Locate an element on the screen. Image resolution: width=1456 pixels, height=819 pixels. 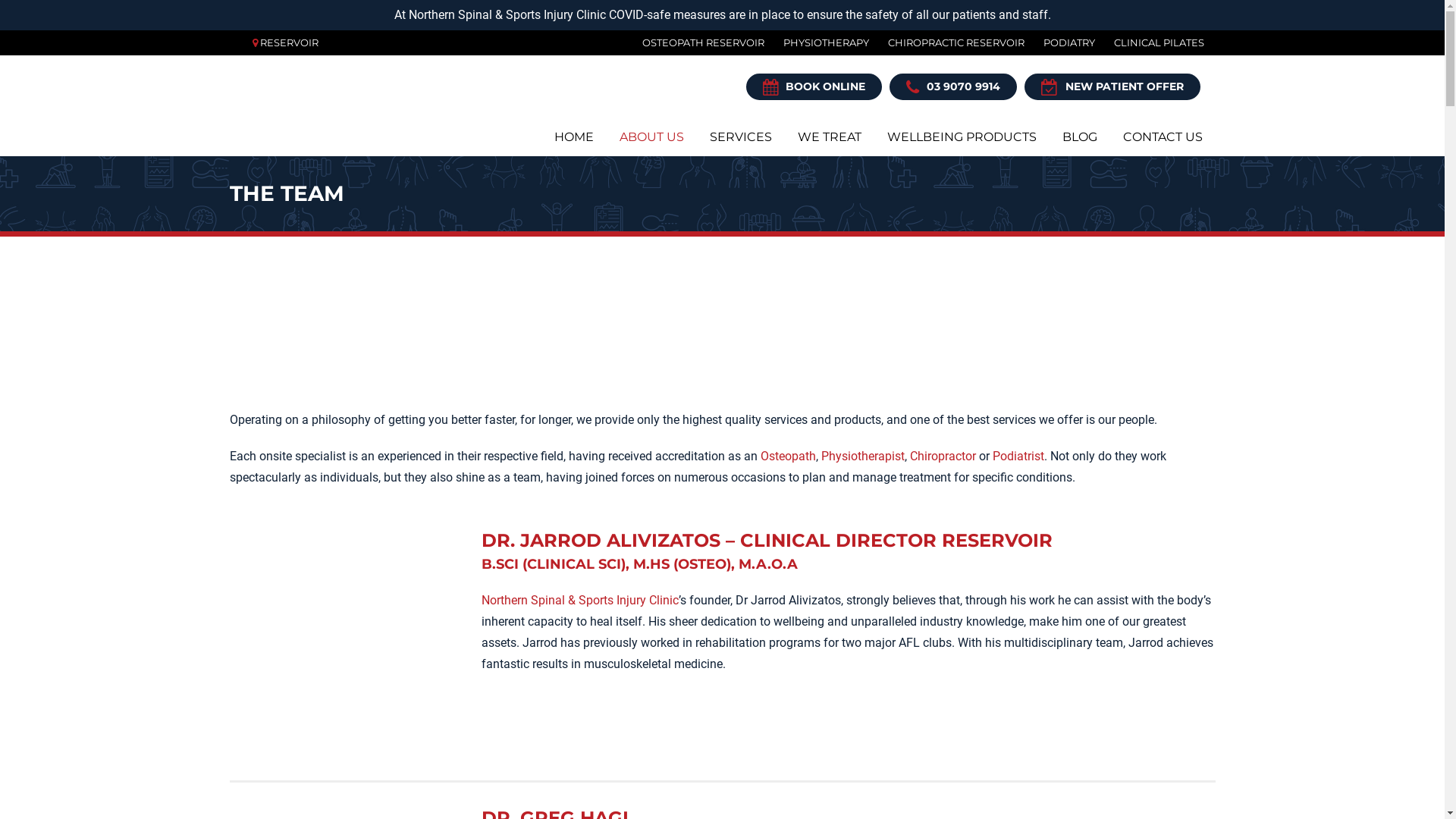
'Podiatrist' is located at coordinates (1018, 455).